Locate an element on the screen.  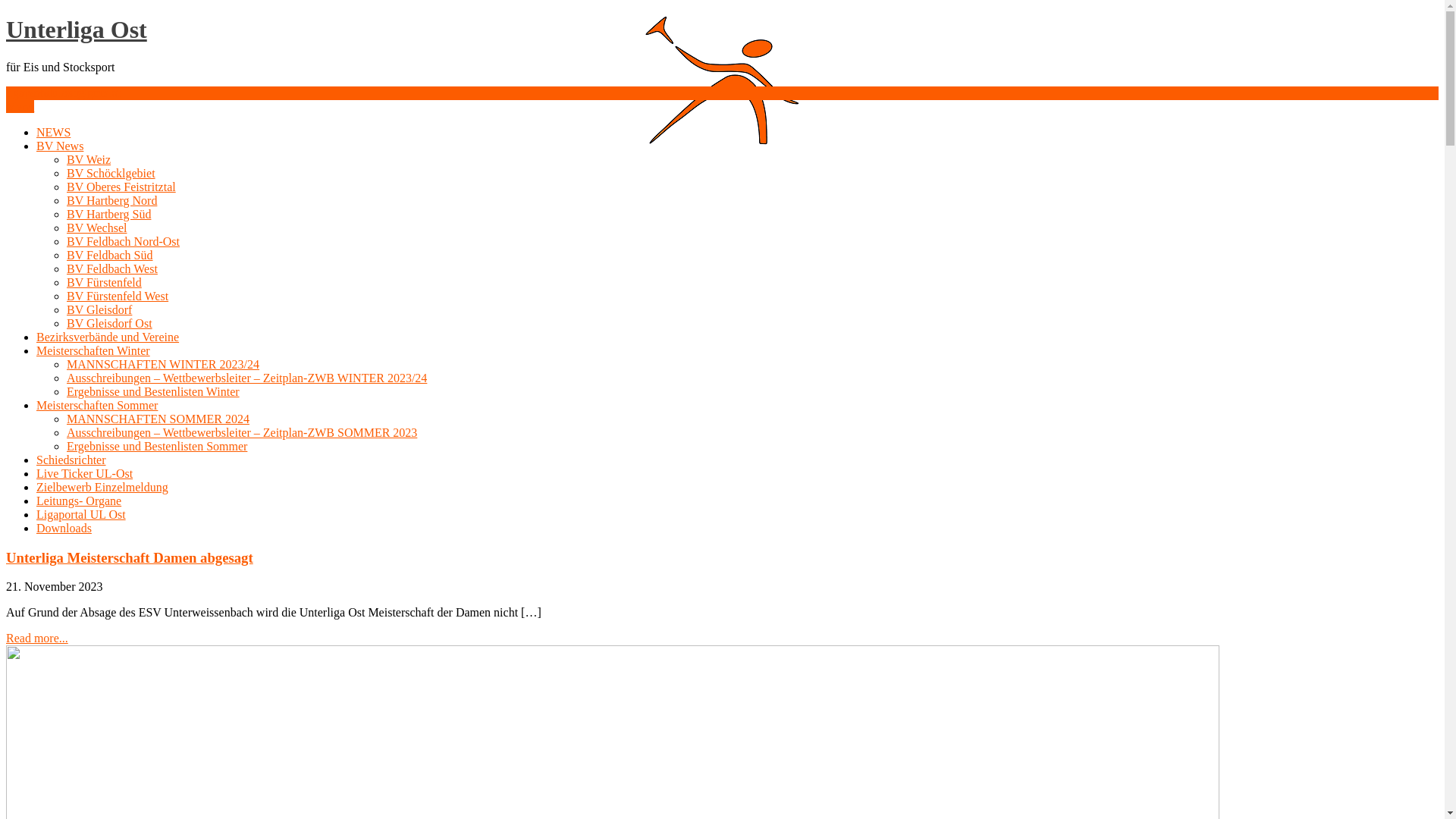
'NEWS' is located at coordinates (53, 131).